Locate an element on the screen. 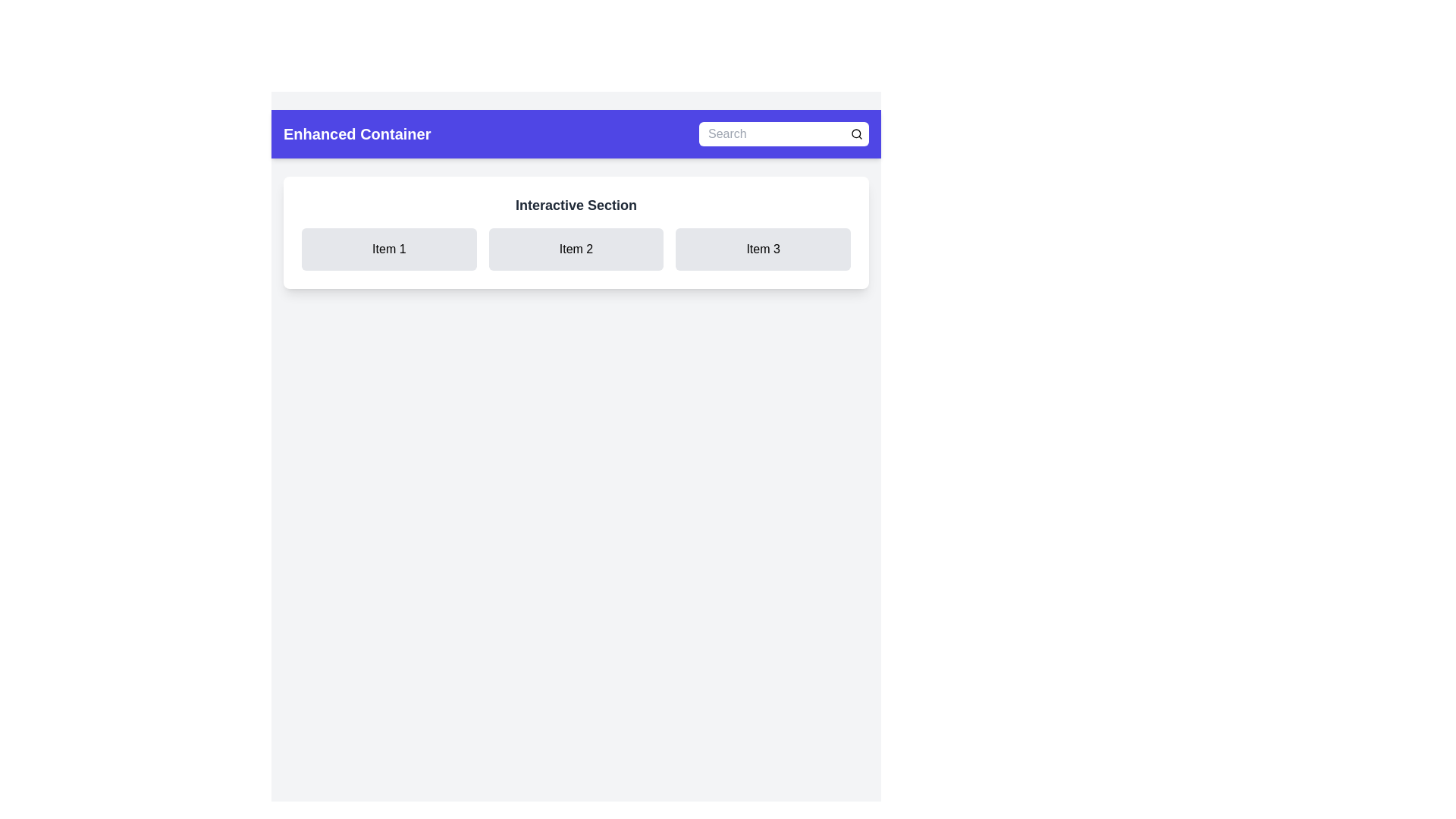  the selectable item labeled 'Item 1', which is a rectangular button with a light gray background and rounded corners, positioned at the top left of the interactive section is located at coordinates (389, 248).